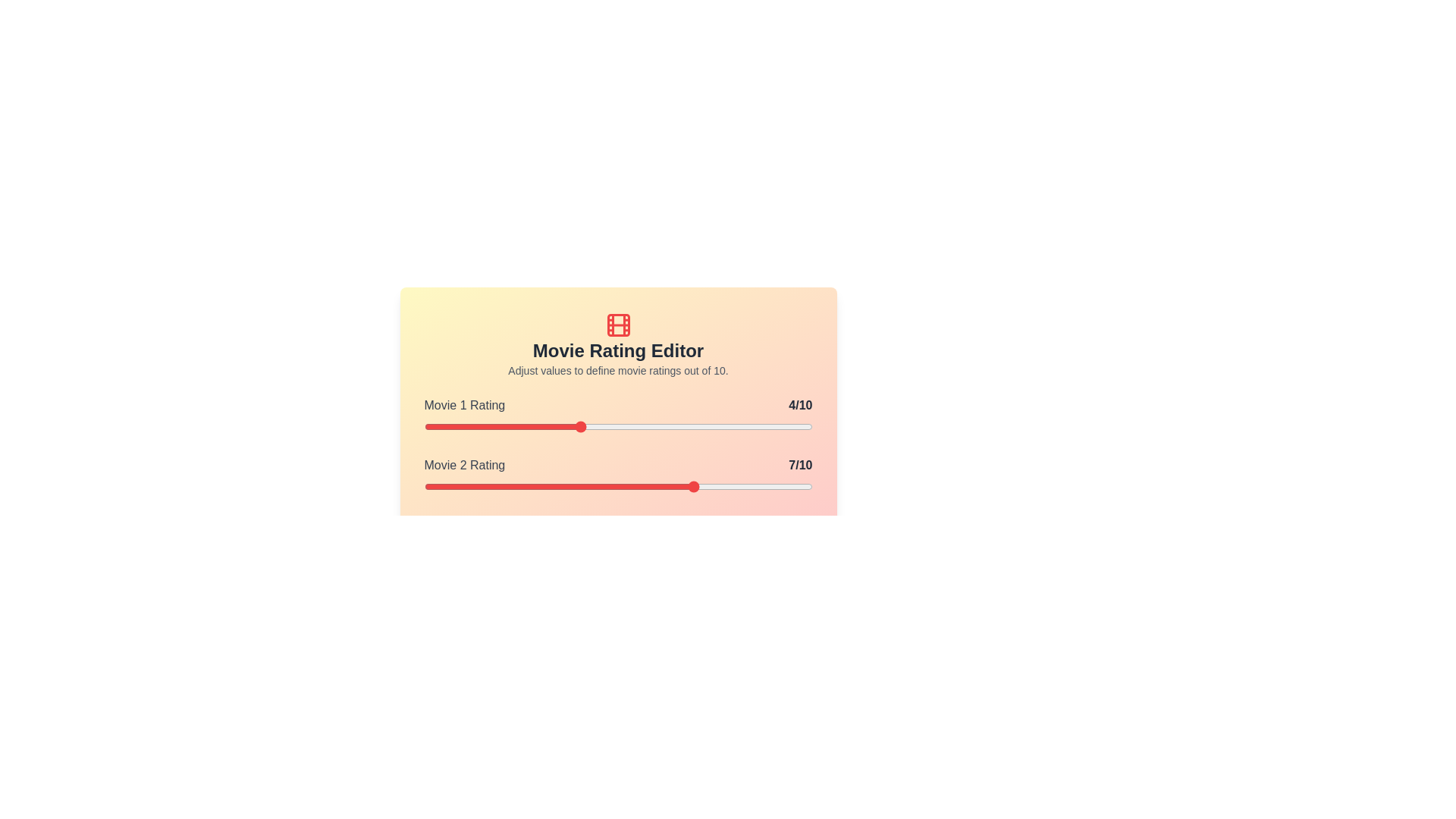  What do you see at coordinates (618, 350) in the screenshot?
I see `the 'Movie Rating Editor' title to focus on it` at bounding box center [618, 350].